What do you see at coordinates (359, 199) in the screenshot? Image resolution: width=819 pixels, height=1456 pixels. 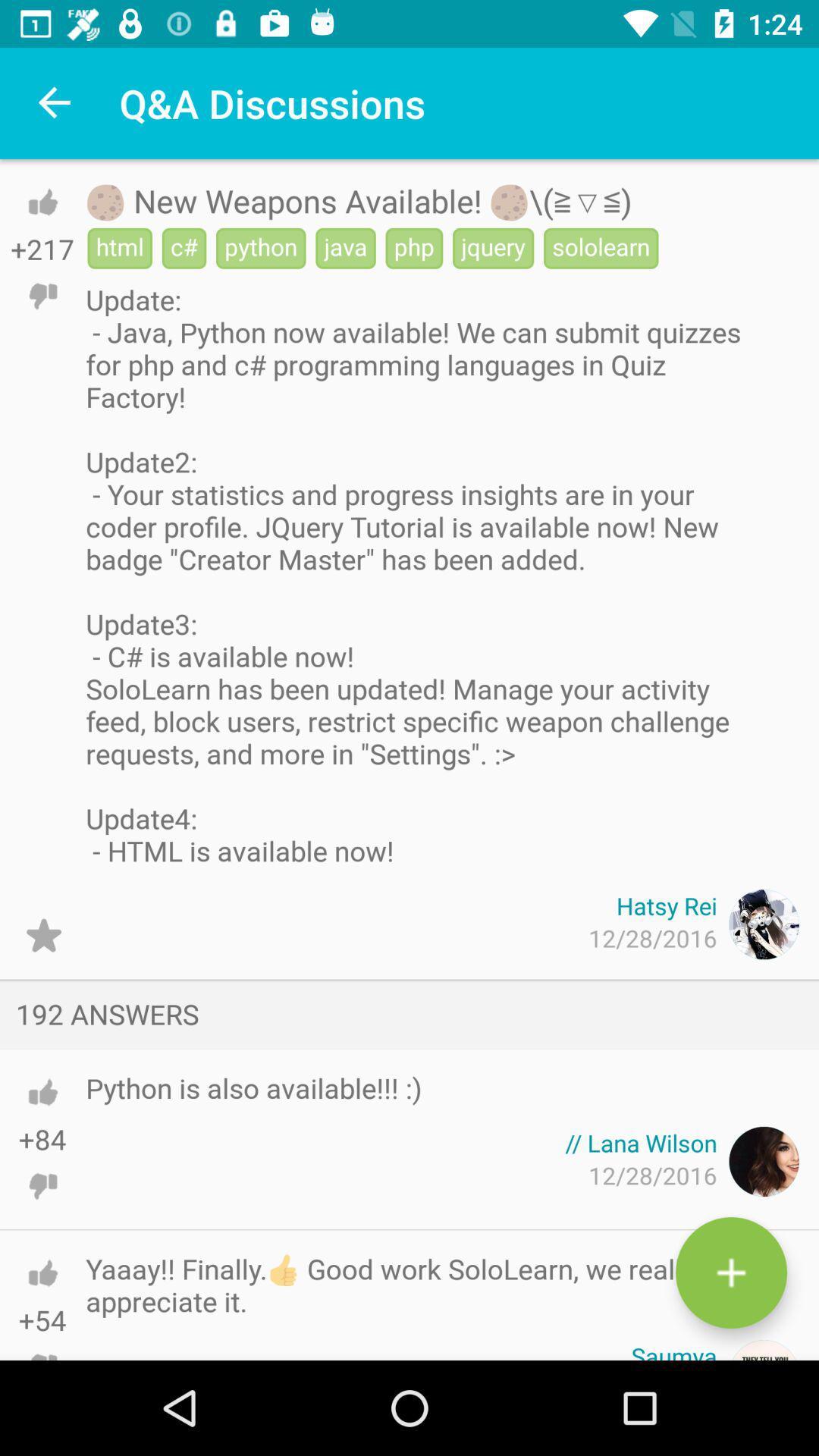 I see `the item above html icon` at bounding box center [359, 199].